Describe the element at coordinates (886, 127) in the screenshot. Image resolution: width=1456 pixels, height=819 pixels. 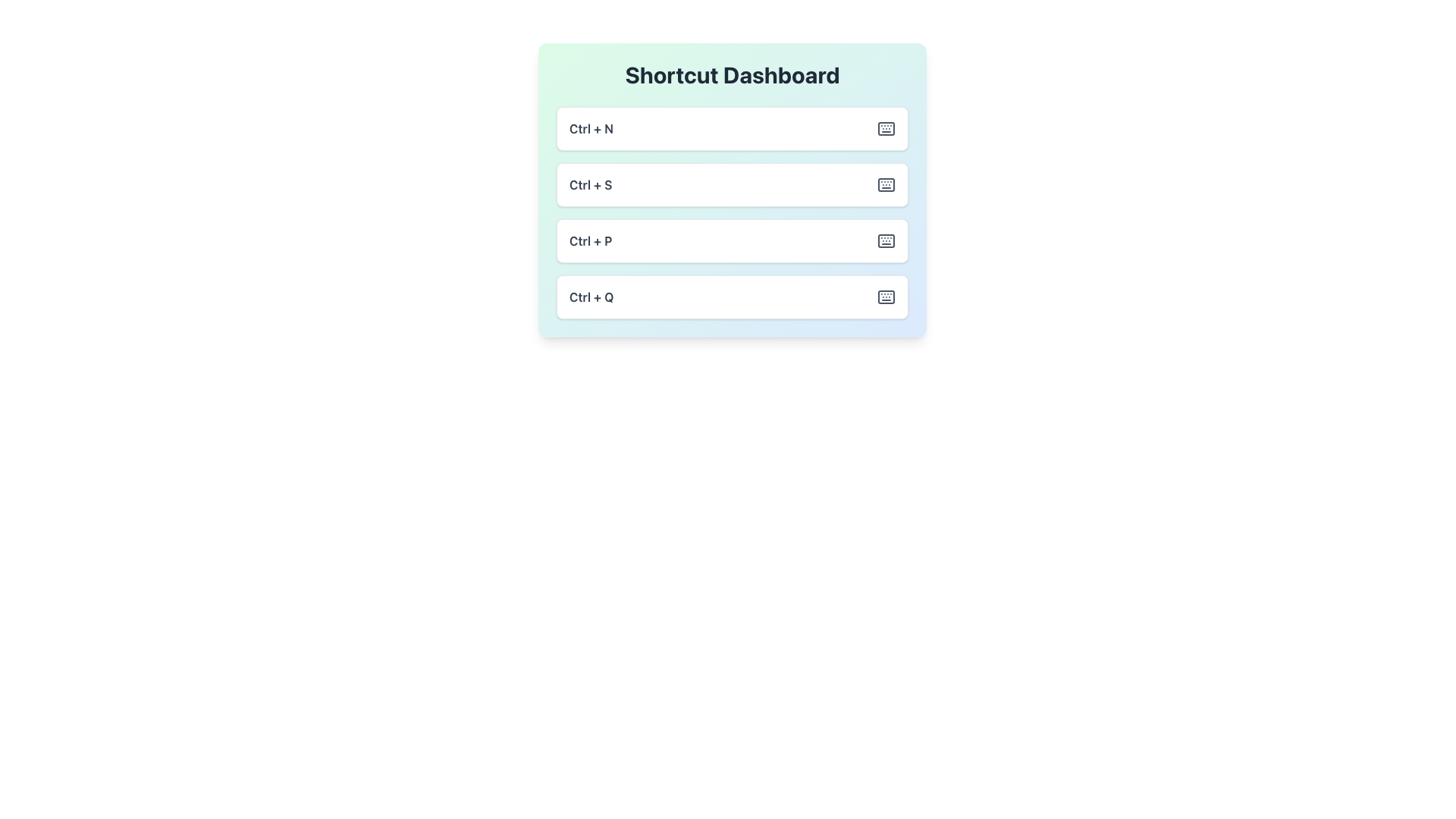
I see `the graphical icon component that resembles a rectangle with rounded corners, located in the first row of the shortcut dashboard list next to 'Ctrl + N'` at that location.